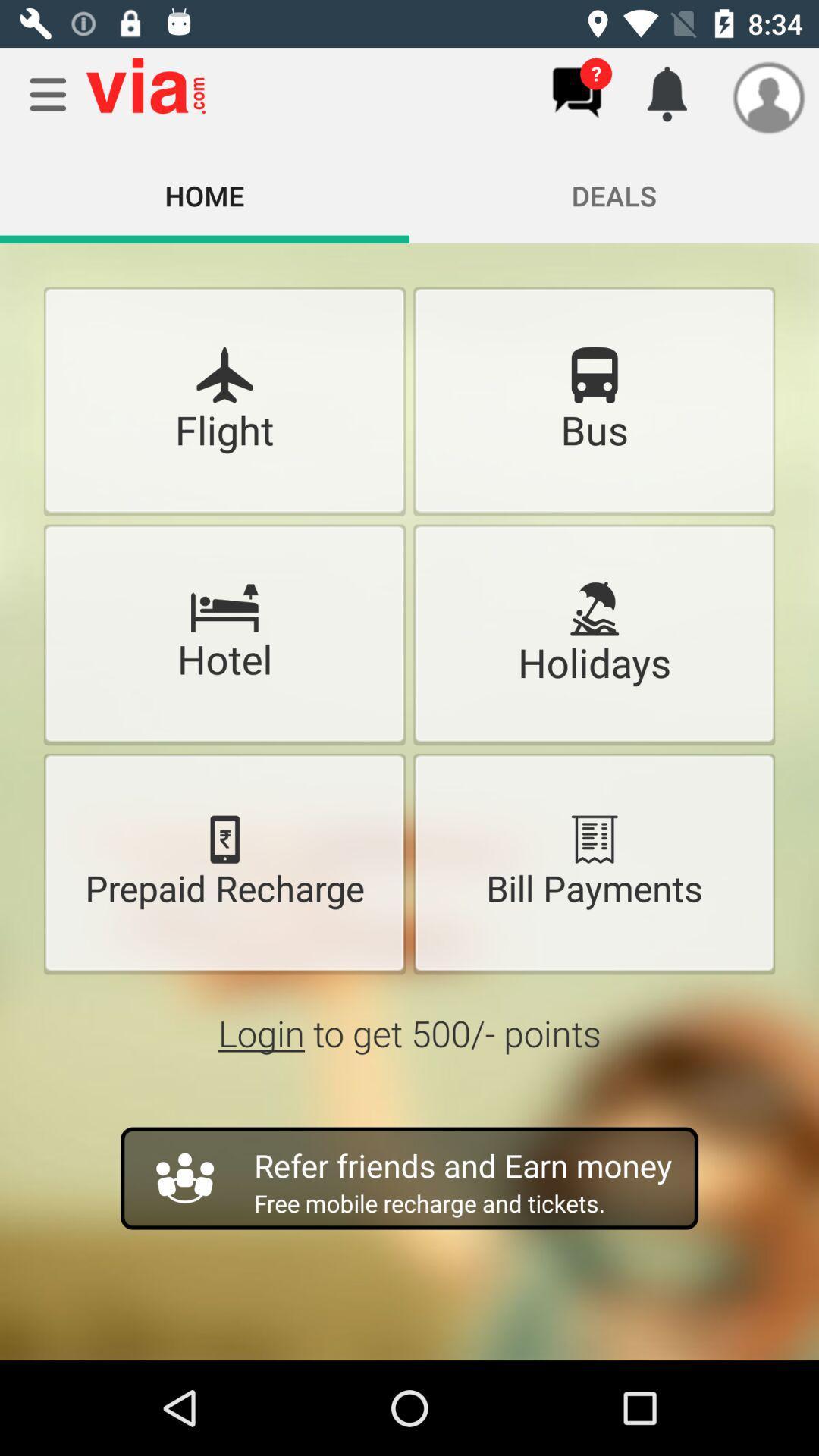 This screenshot has height=1456, width=819. I want to click on messages, so click(576, 92).